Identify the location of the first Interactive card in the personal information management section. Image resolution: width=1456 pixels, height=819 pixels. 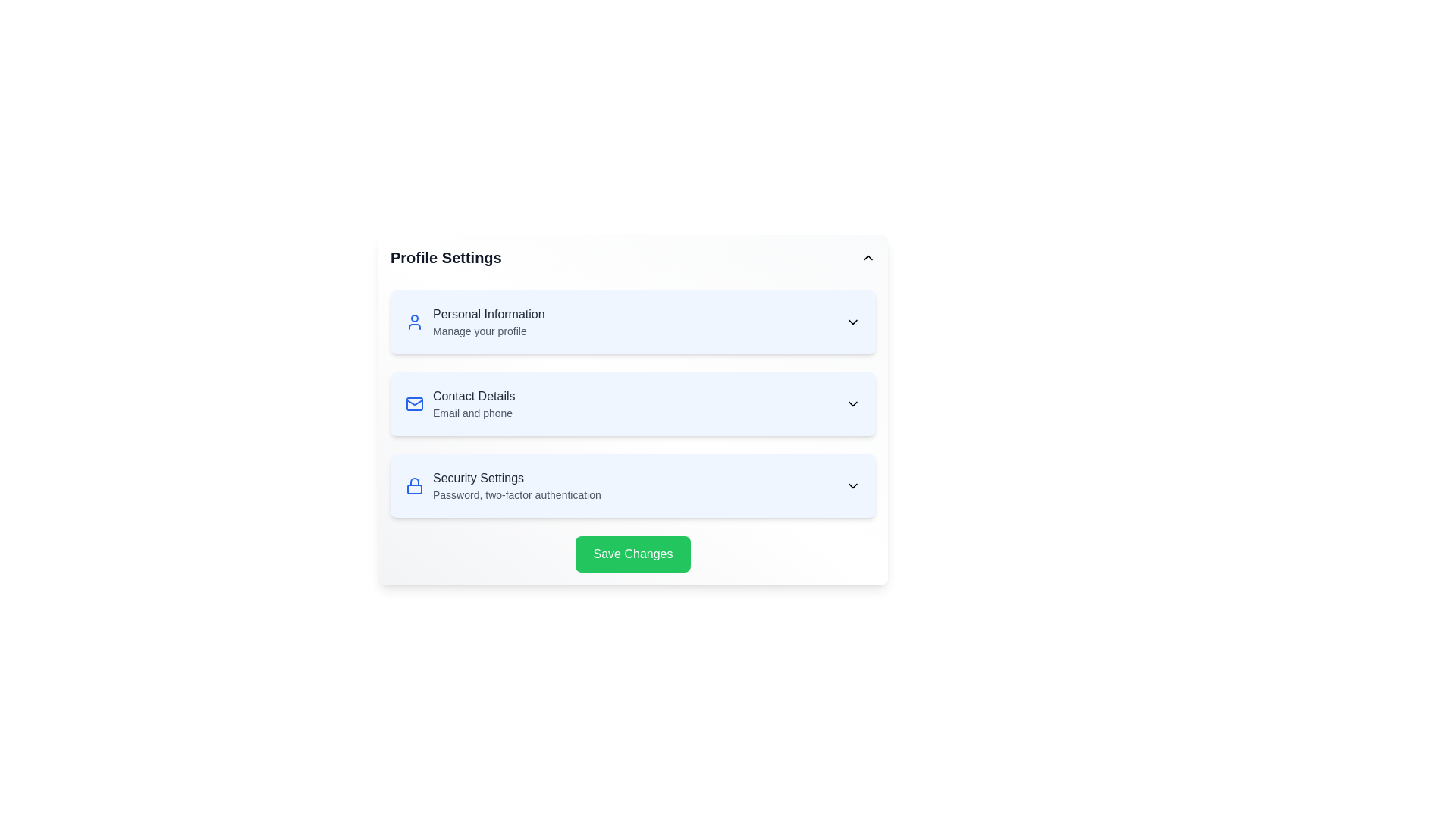
(633, 321).